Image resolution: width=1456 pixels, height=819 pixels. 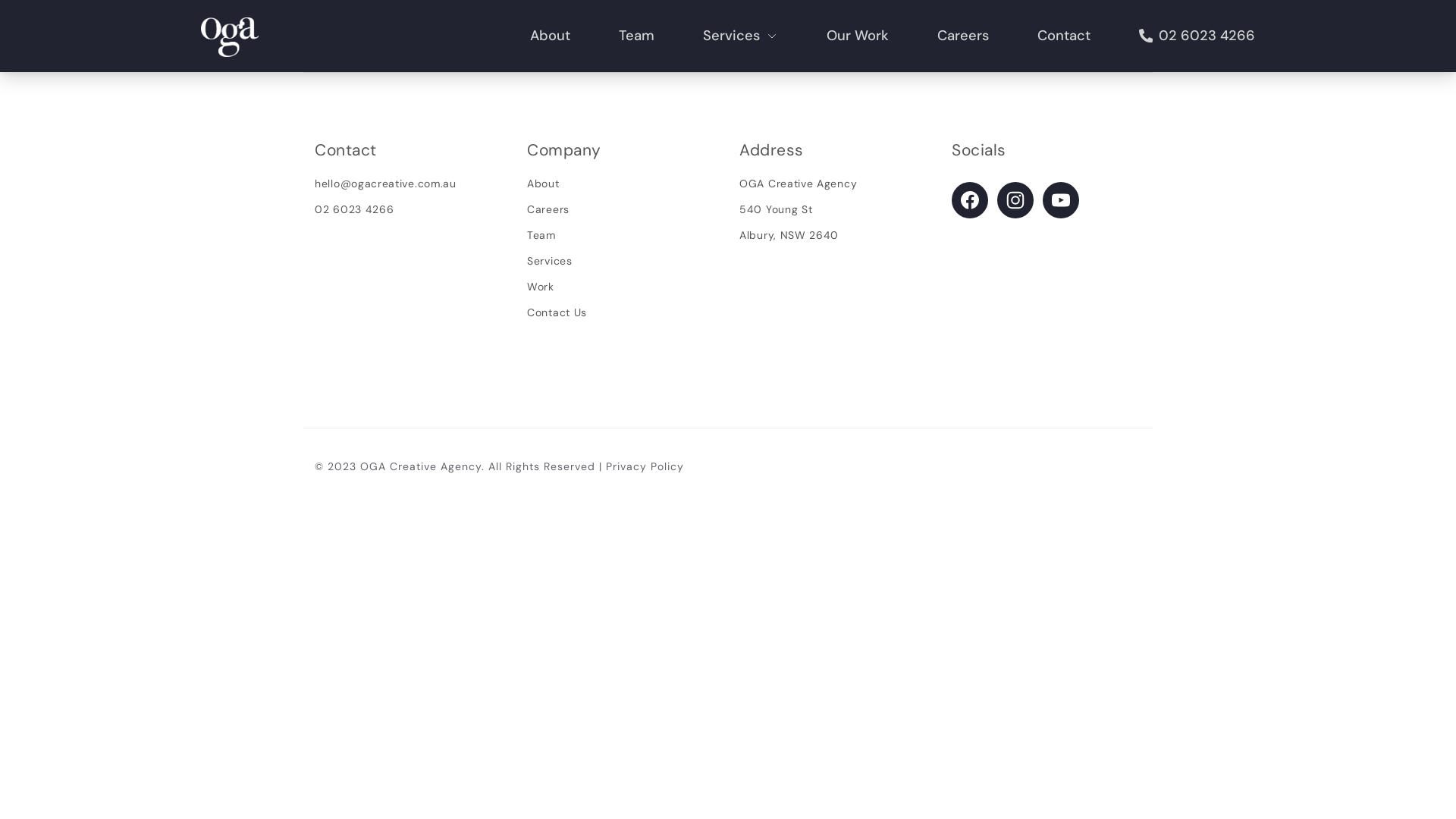 I want to click on '02 6023 4266', so click(x=1196, y=34).